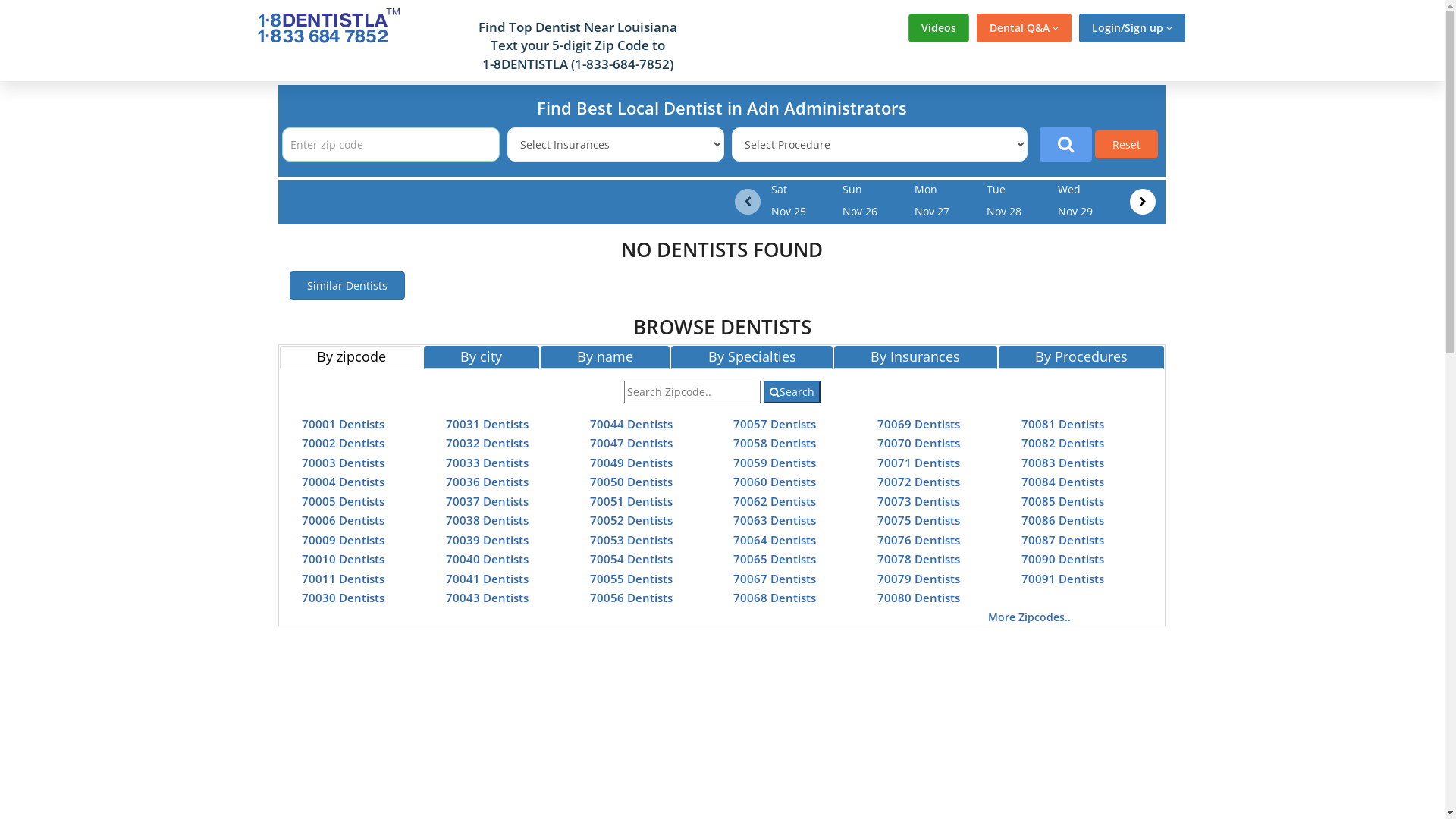 Image resolution: width=1456 pixels, height=819 pixels. I want to click on '70075 Dentists', so click(918, 519).